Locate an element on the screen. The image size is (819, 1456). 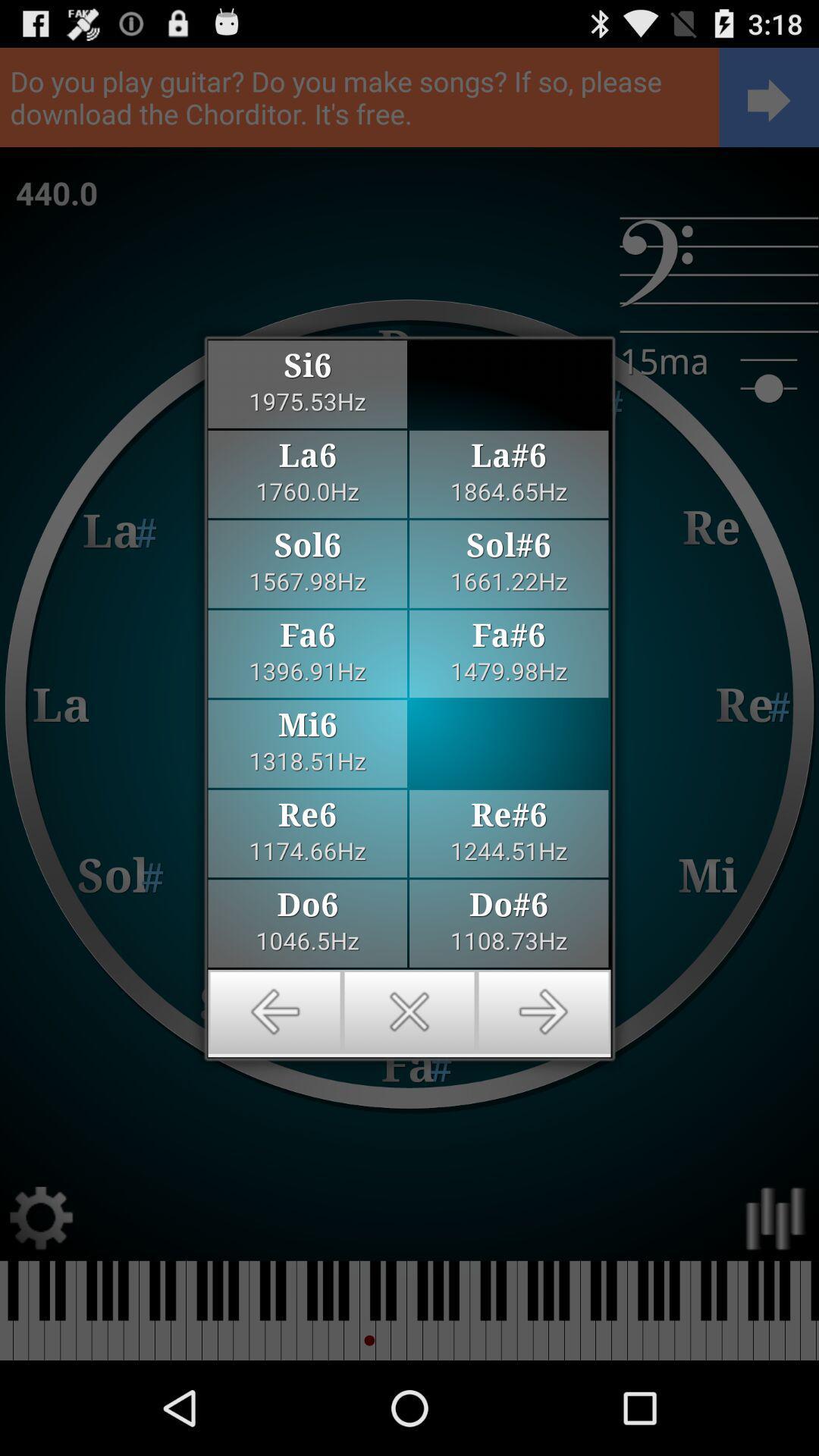
menu is located at coordinates (409, 1012).